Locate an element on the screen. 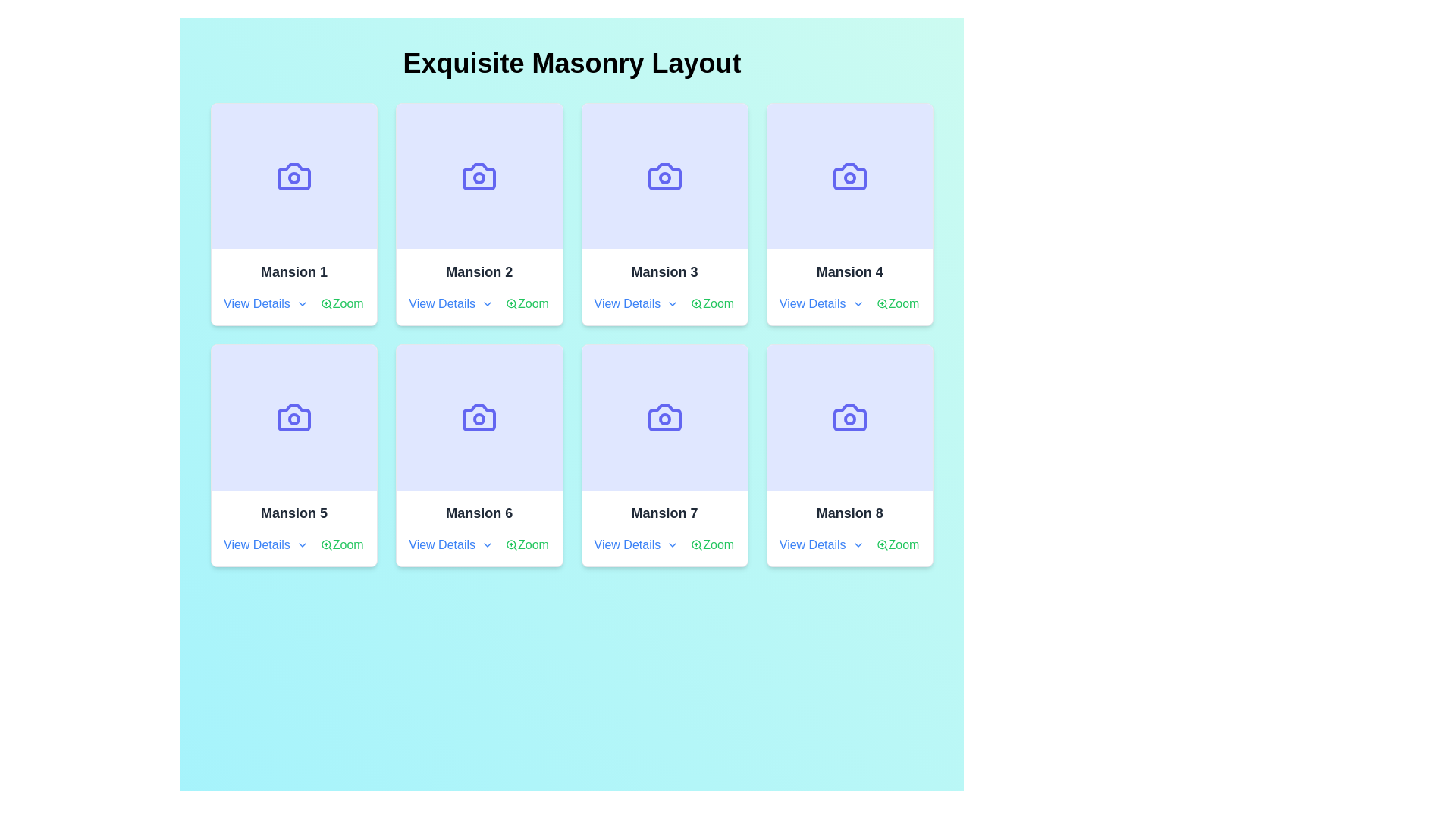  the interactive link with an icon located in the 'Mansion 7' section is located at coordinates (711, 544).